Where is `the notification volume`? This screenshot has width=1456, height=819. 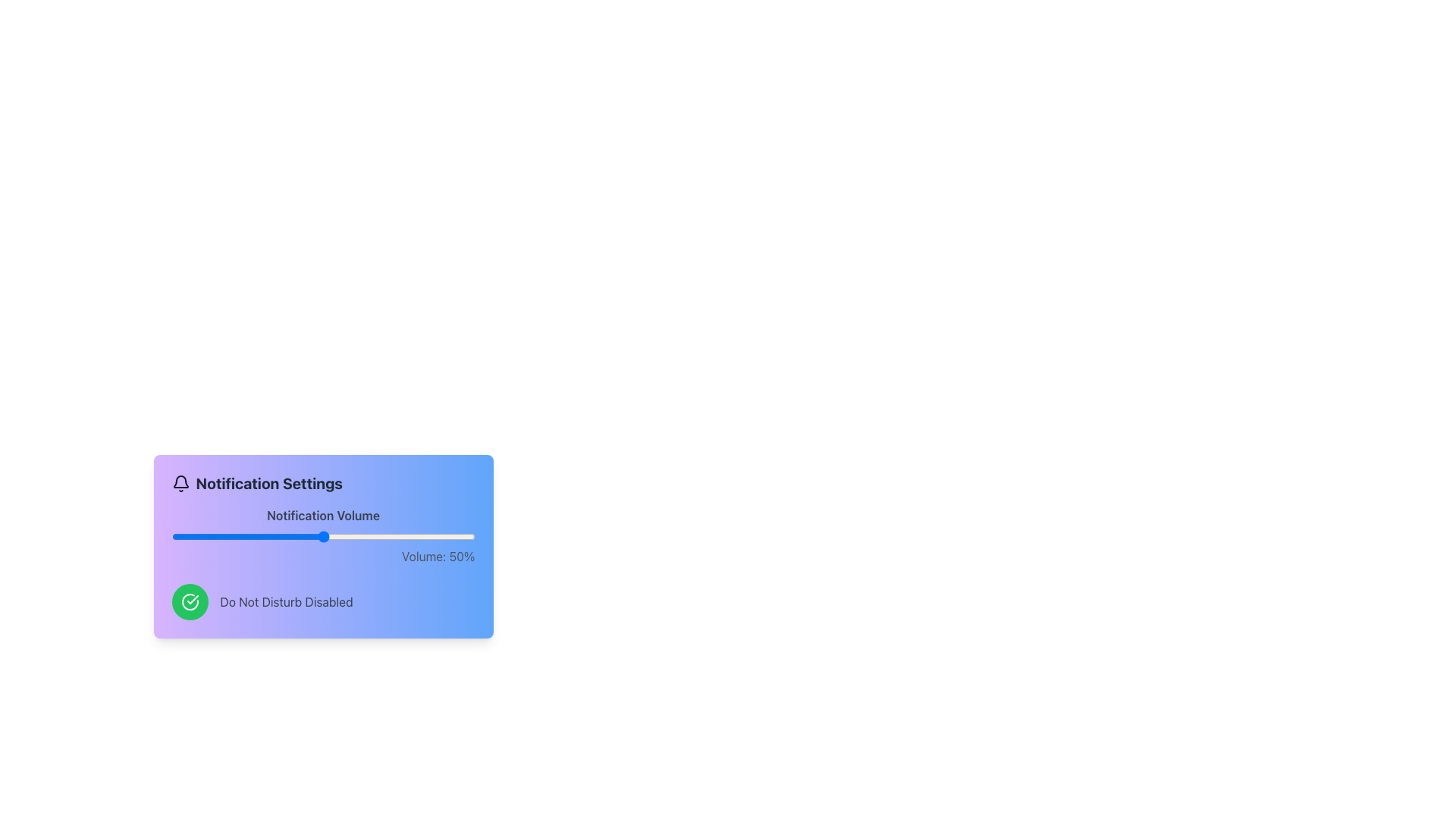
the notification volume is located at coordinates (444, 536).